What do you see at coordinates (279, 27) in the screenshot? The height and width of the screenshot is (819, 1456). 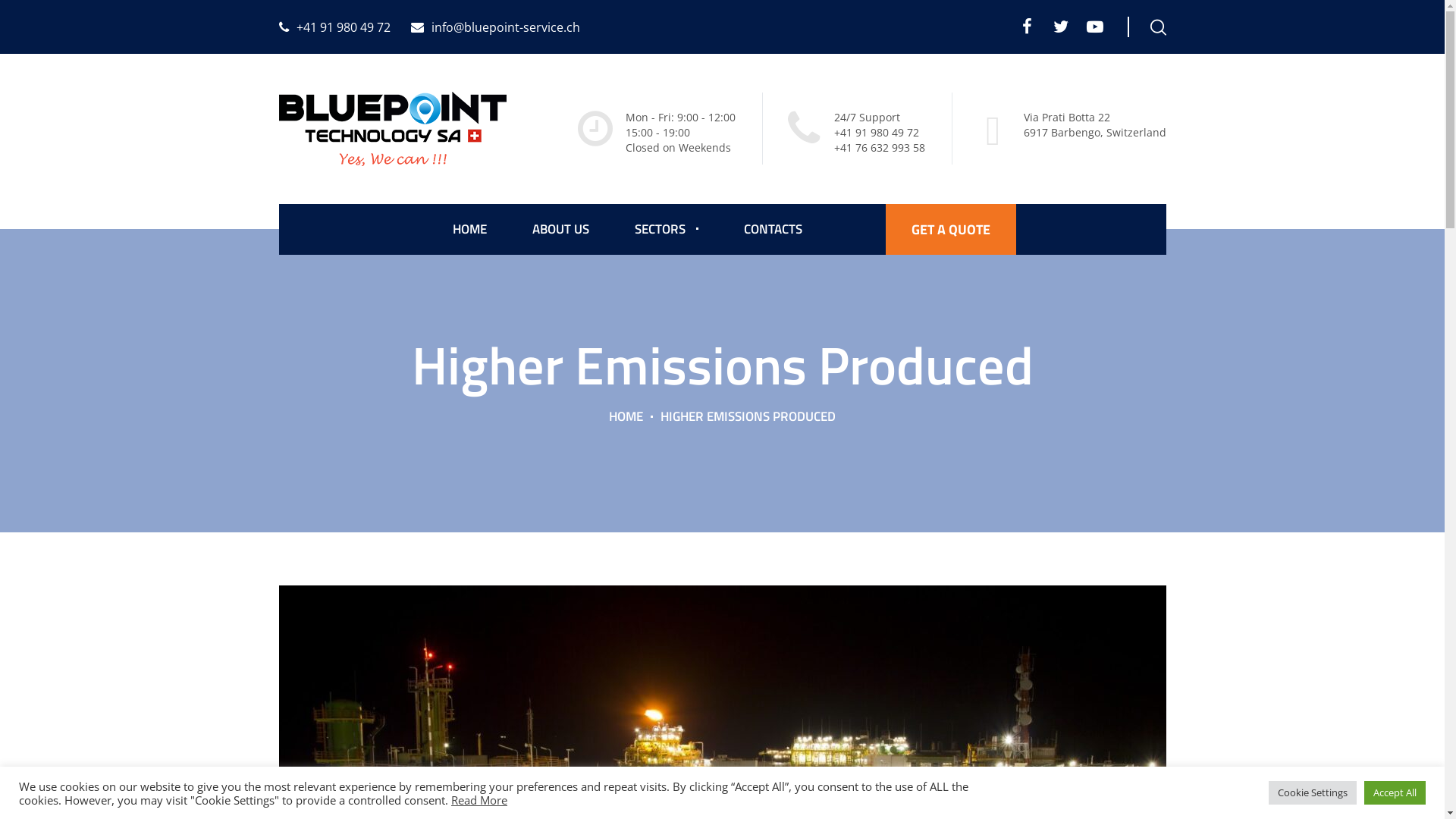 I see `'+41 91 980 49 72'` at bounding box center [279, 27].